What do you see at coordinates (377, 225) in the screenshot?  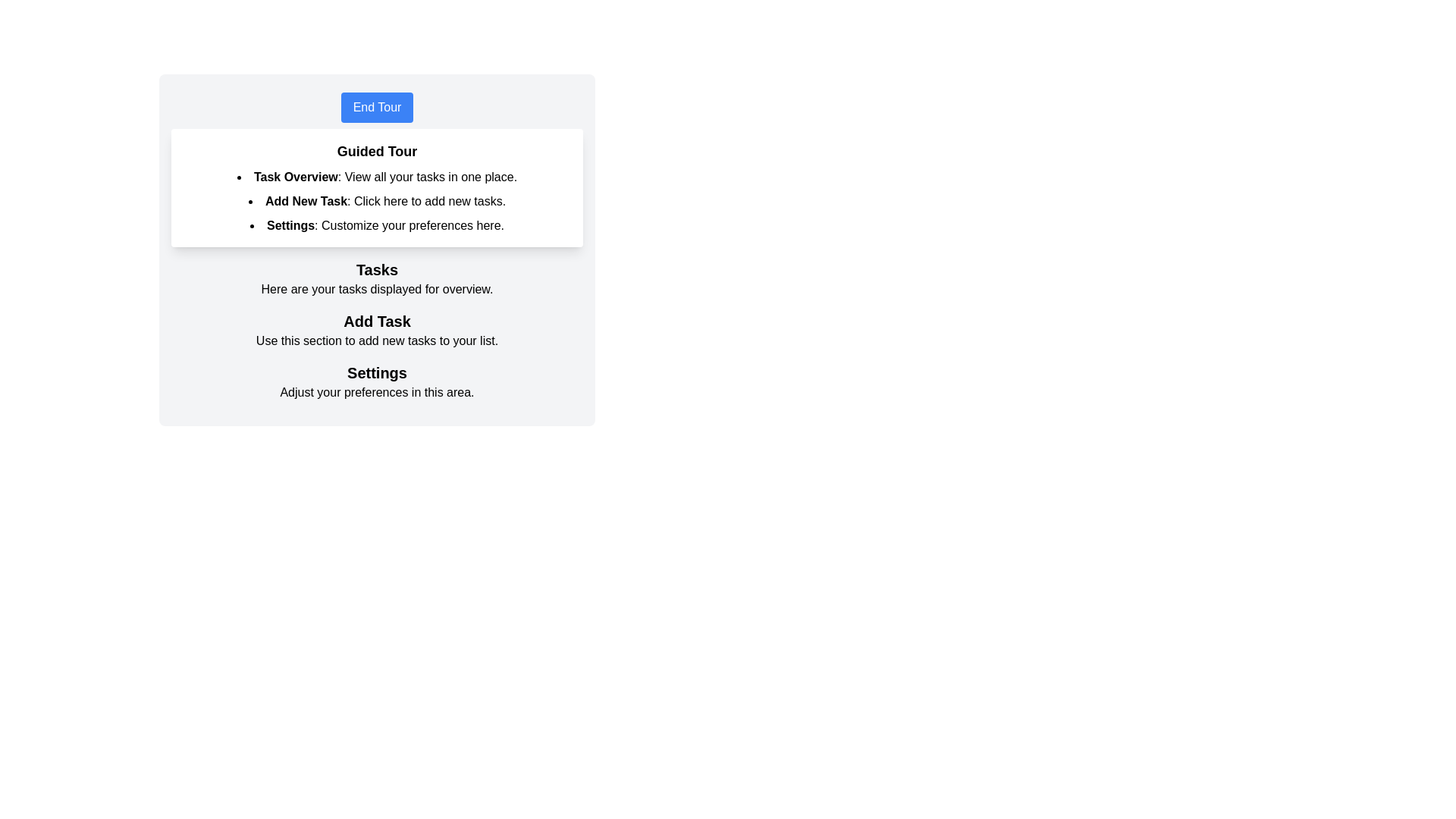 I see `the text element stating 'Settings: Customize your preferences here.' which is styled with 'Settings' in bold and is the last item in the bullet point list under 'Guided Tour.'` at bounding box center [377, 225].